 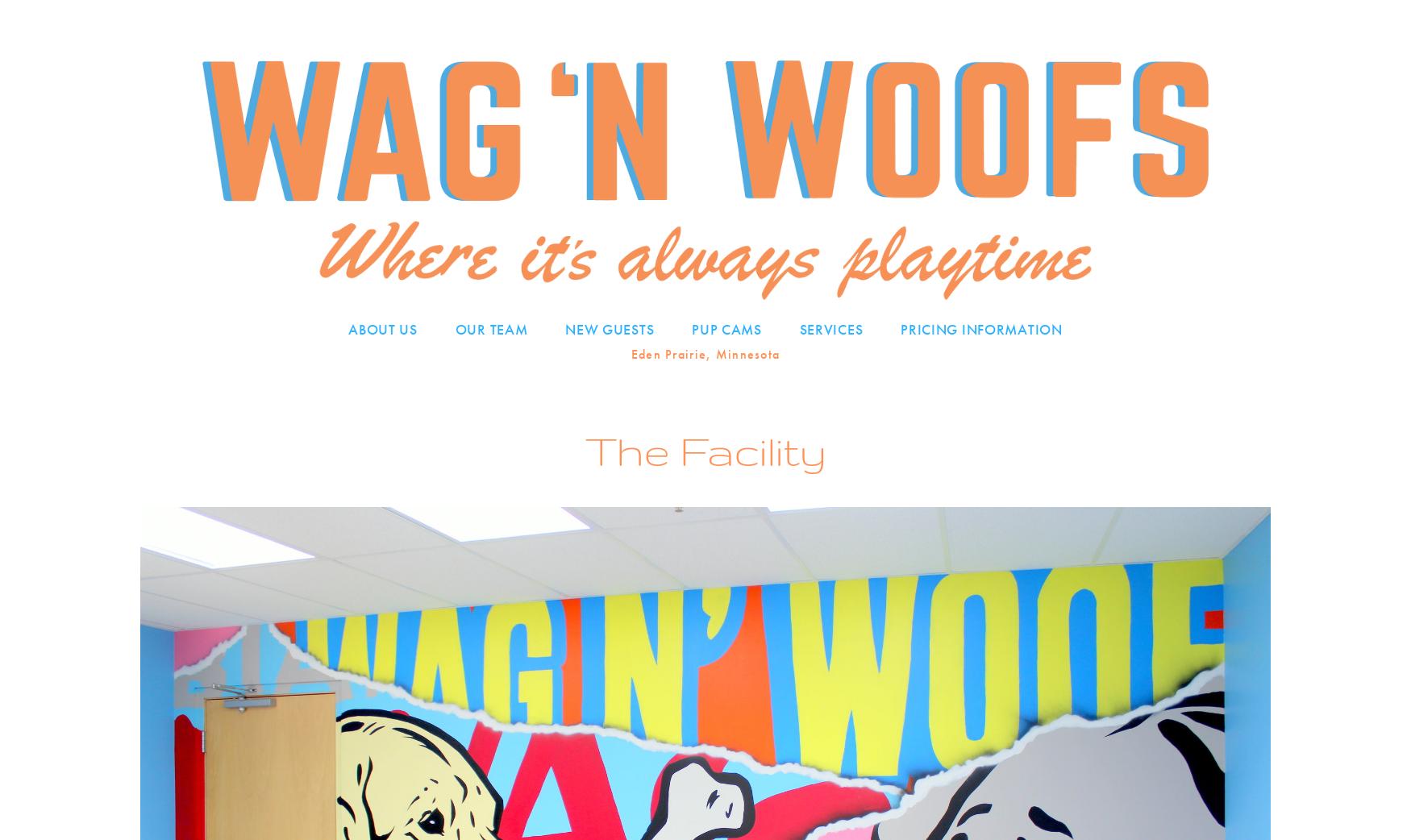 What do you see at coordinates (705, 448) in the screenshot?
I see `'The Facility'` at bounding box center [705, 448].